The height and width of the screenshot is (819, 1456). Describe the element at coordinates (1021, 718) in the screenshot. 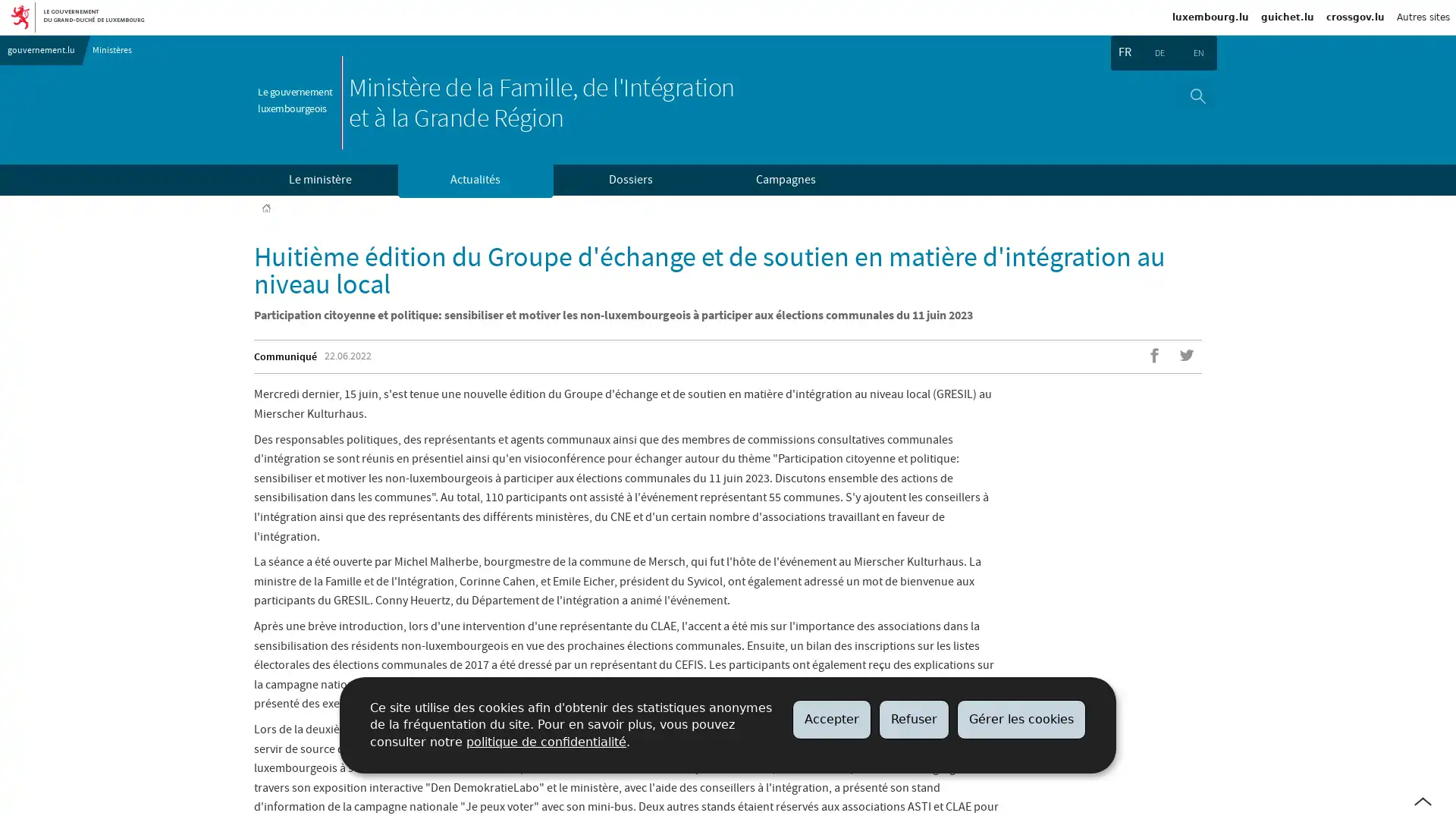

I see `Gerer les cookies` at that location.